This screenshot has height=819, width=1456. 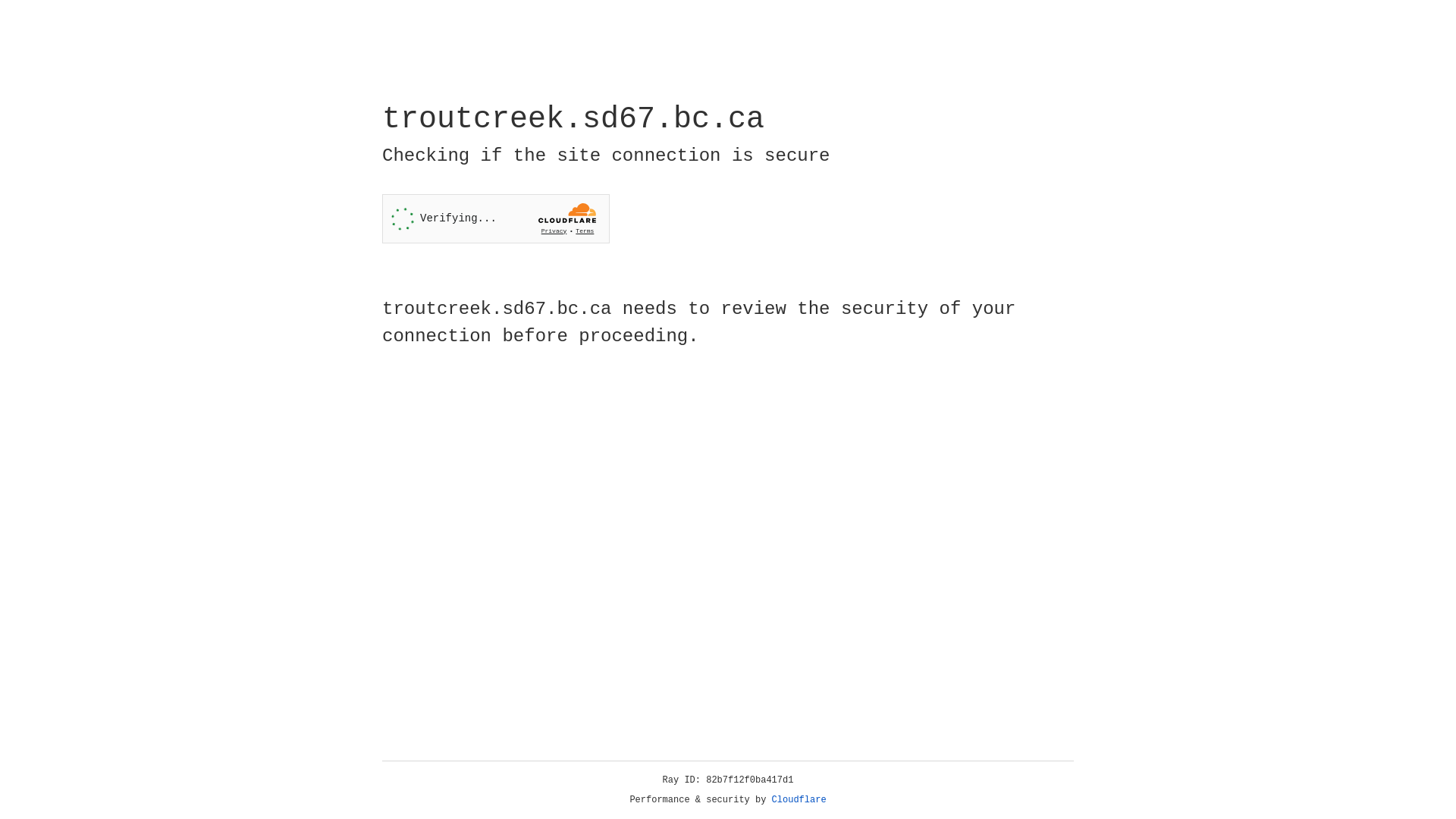 I want to click on 'Cloudflare', so click(x=799, y=799).